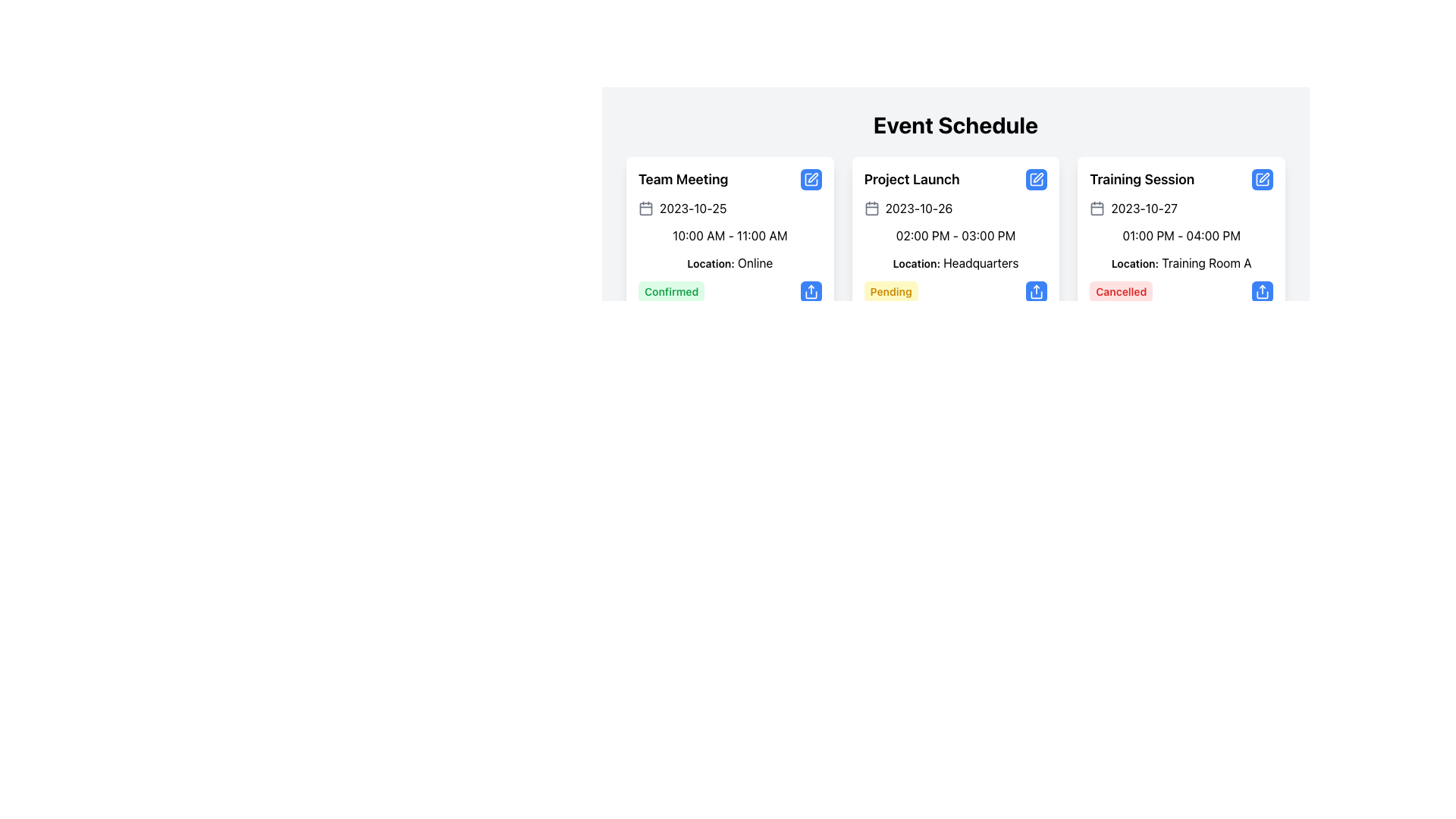 This screenshot has width=1456, height=819. Describe the element at coordinates (955, 236) in the screenshot. I see `the text label displaying '02:00 PM - 03:00 PM' to access adjacent contextual elements in the 'Project Launch' card under the 'Event Schedule' heading` at that location.